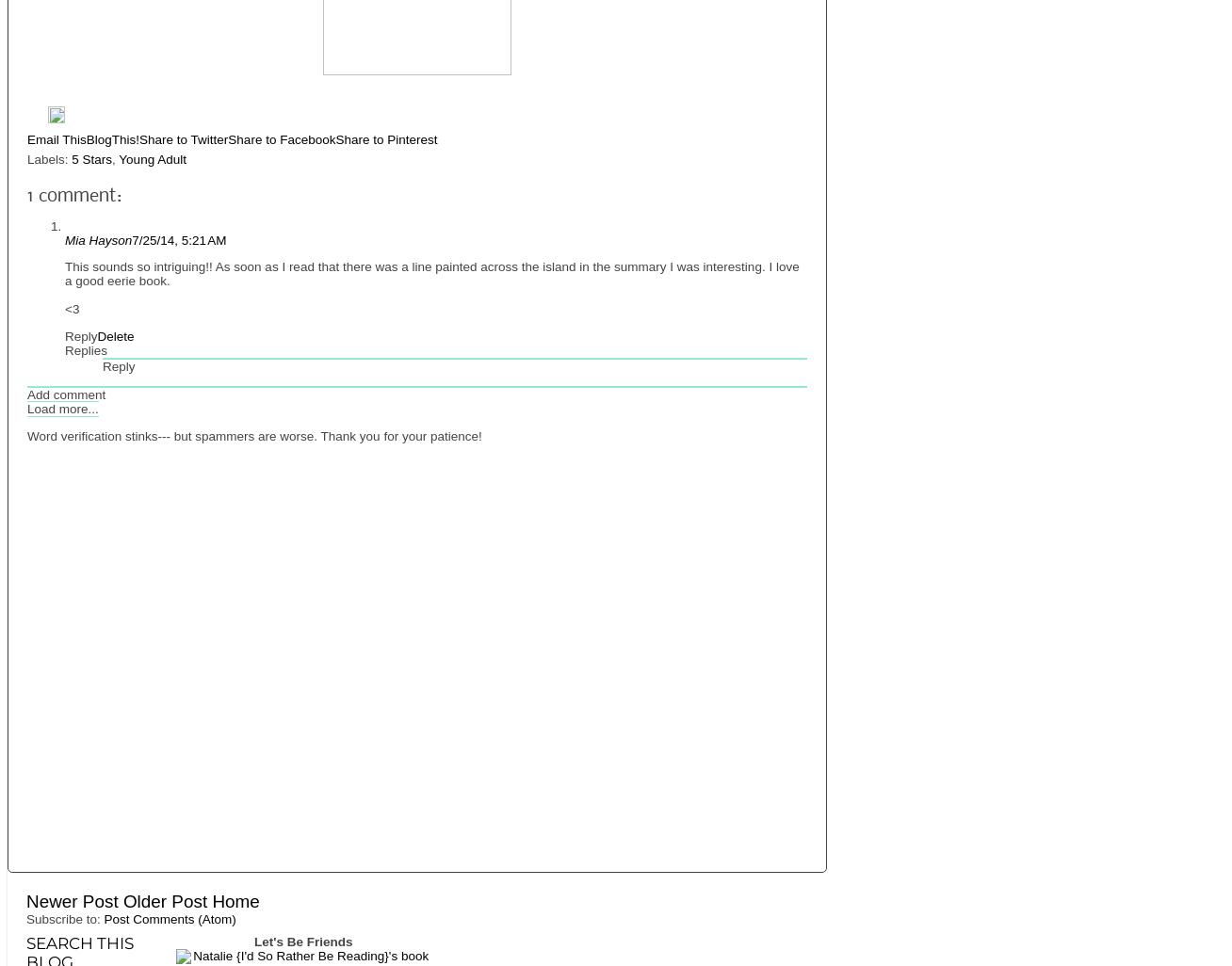 This screenshot has height=966, width=1232. Describe the element at coordinates (335, 138) in the screenshot. I see `'Share to Pinterest'` at that location.